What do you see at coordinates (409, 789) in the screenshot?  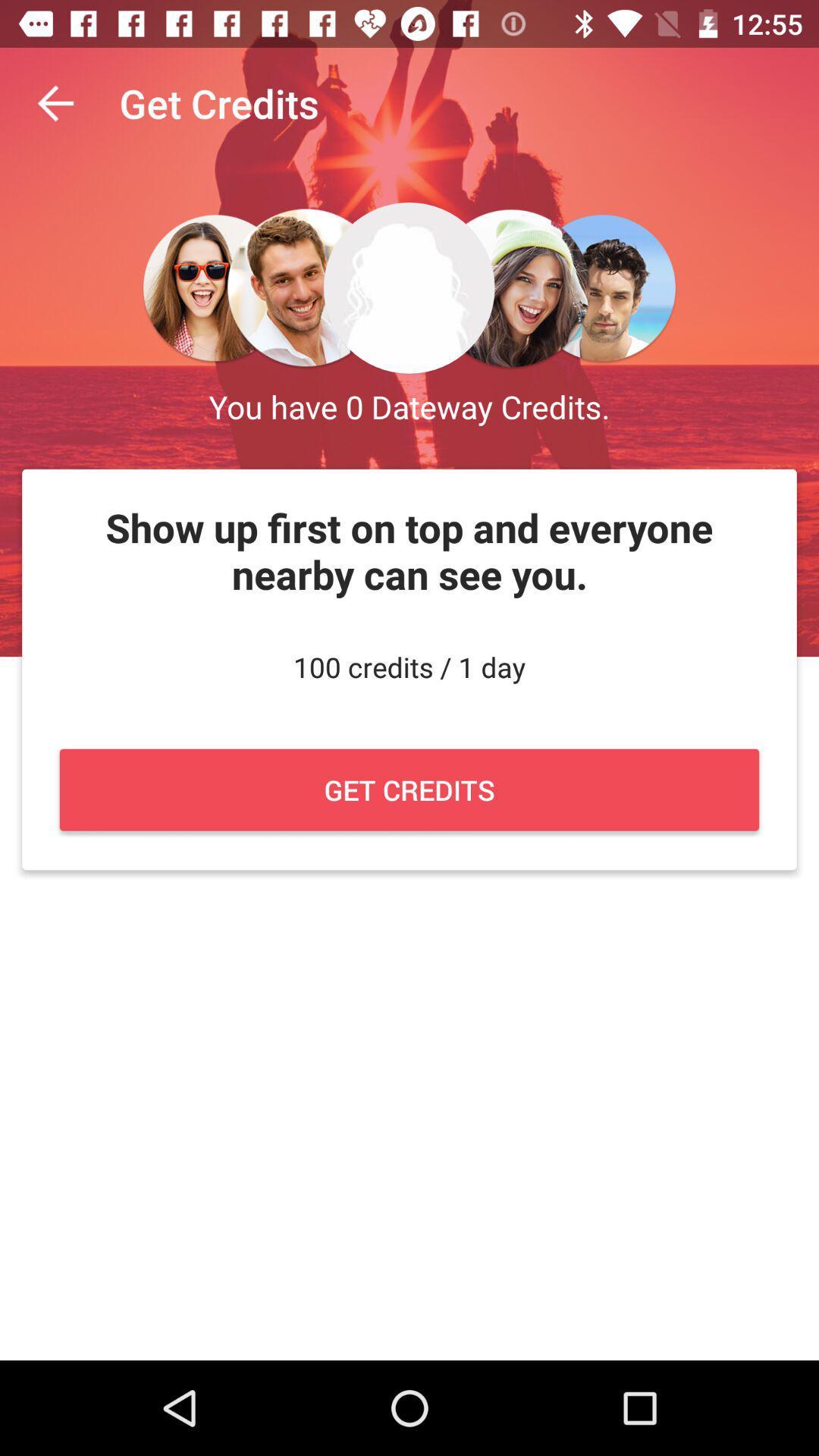 I see `tap on the button named as get credits` at bounding box center [409, 789].